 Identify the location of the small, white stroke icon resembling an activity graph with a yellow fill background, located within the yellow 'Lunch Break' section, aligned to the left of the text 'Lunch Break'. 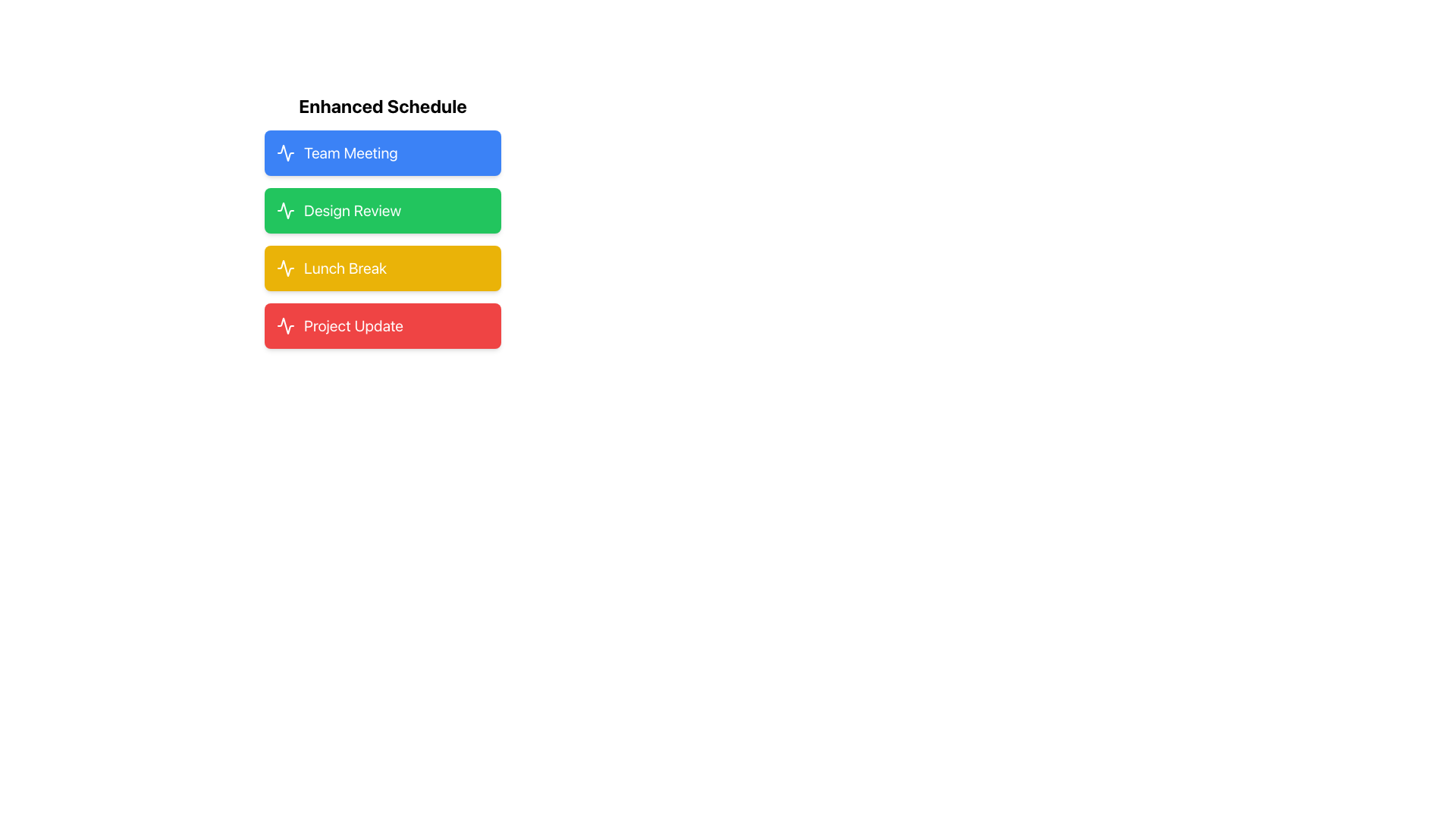
(286, 268).